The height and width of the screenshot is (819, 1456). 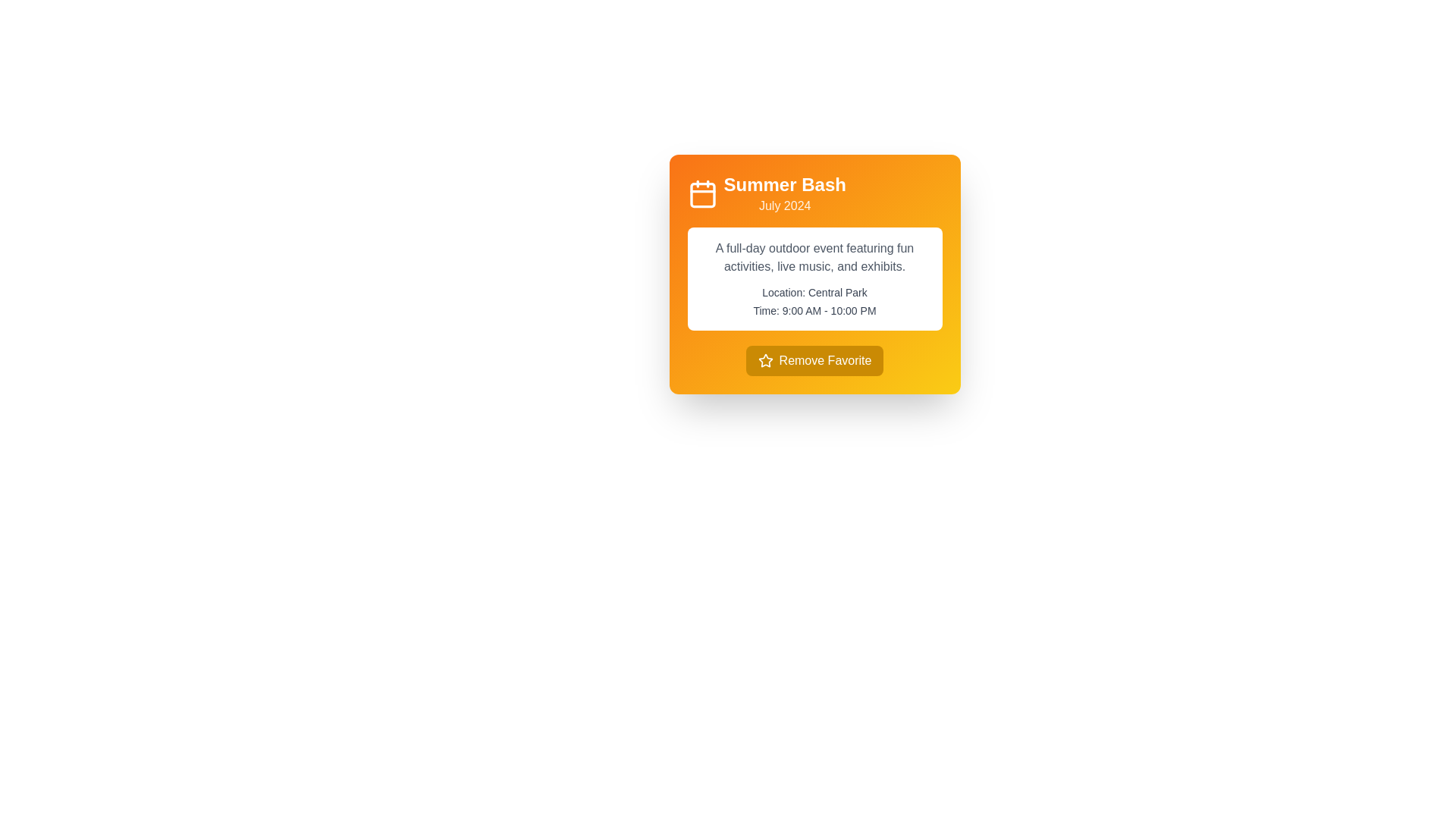 What do you see at coordinates (814, 360) in the screenshot?
I see `the 'Remove Favorite' button, which has a golden-yellow background and is located at the bottom of the 'Summer Bash' card` at bounding box center [814, 360].